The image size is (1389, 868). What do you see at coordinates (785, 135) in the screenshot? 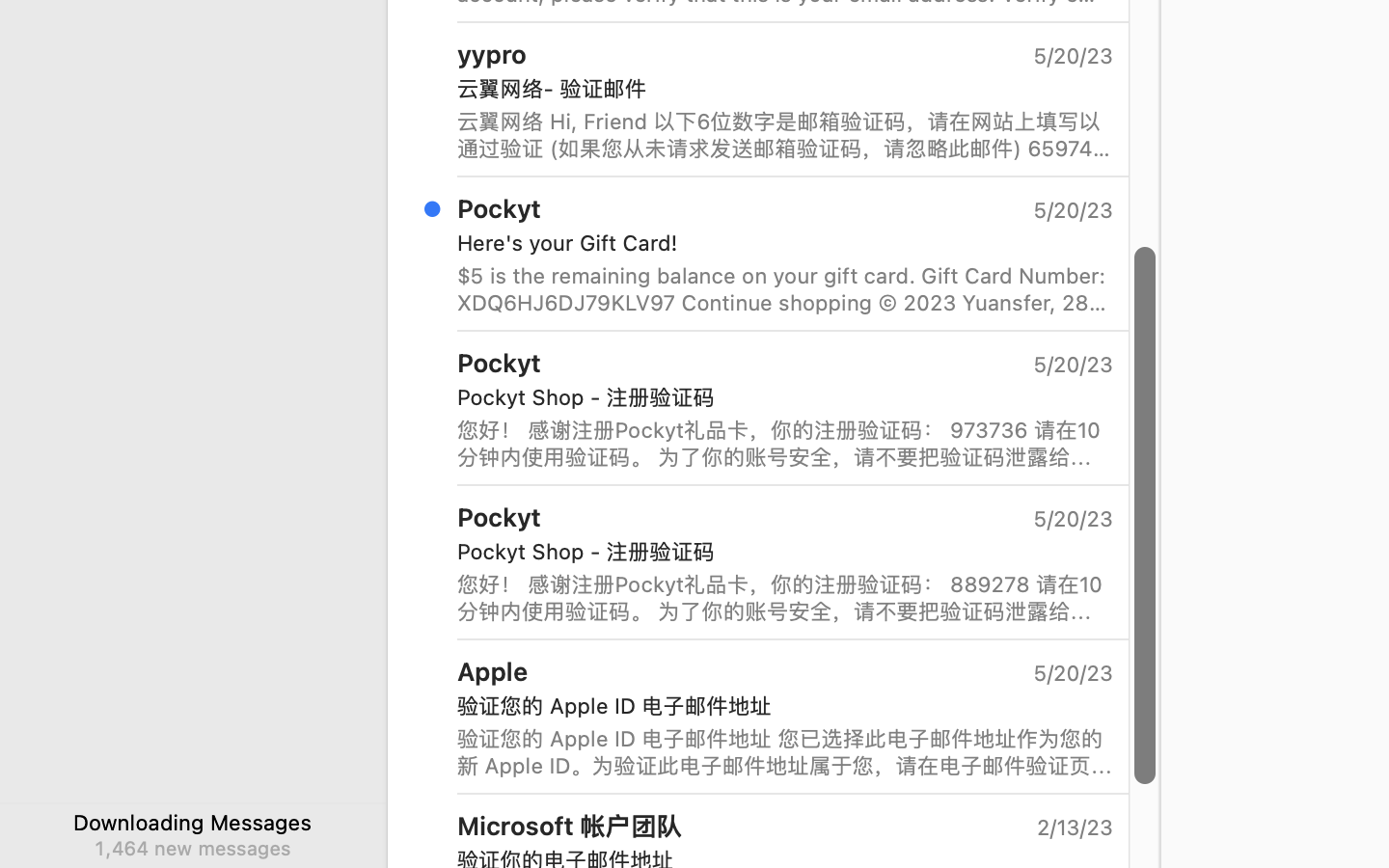
I see `'云翼网络 Hi, Friend 以下6位数字是邮箱验证码，请在网站上填写以通过验证 (如果您从未请求发送邮箱验证码，请忽略此邮件) 659746 2020 © 云翼网络. All Rights Reserved. 访问官网 | 用户中心'` at bounding box center [785, 135].